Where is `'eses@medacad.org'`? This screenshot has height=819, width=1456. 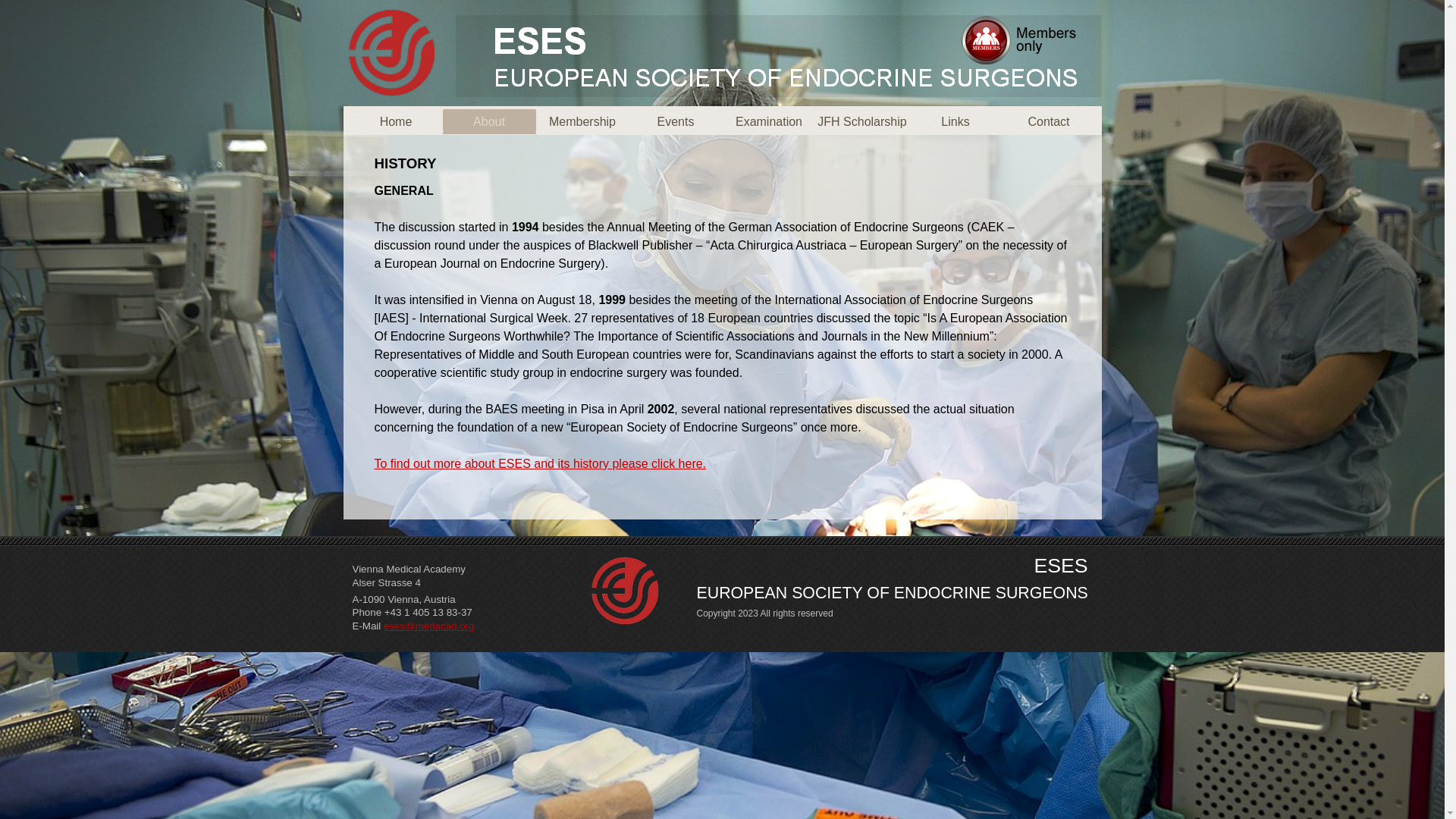 'eses@medacad.org' is located at coordinates (428, 626).